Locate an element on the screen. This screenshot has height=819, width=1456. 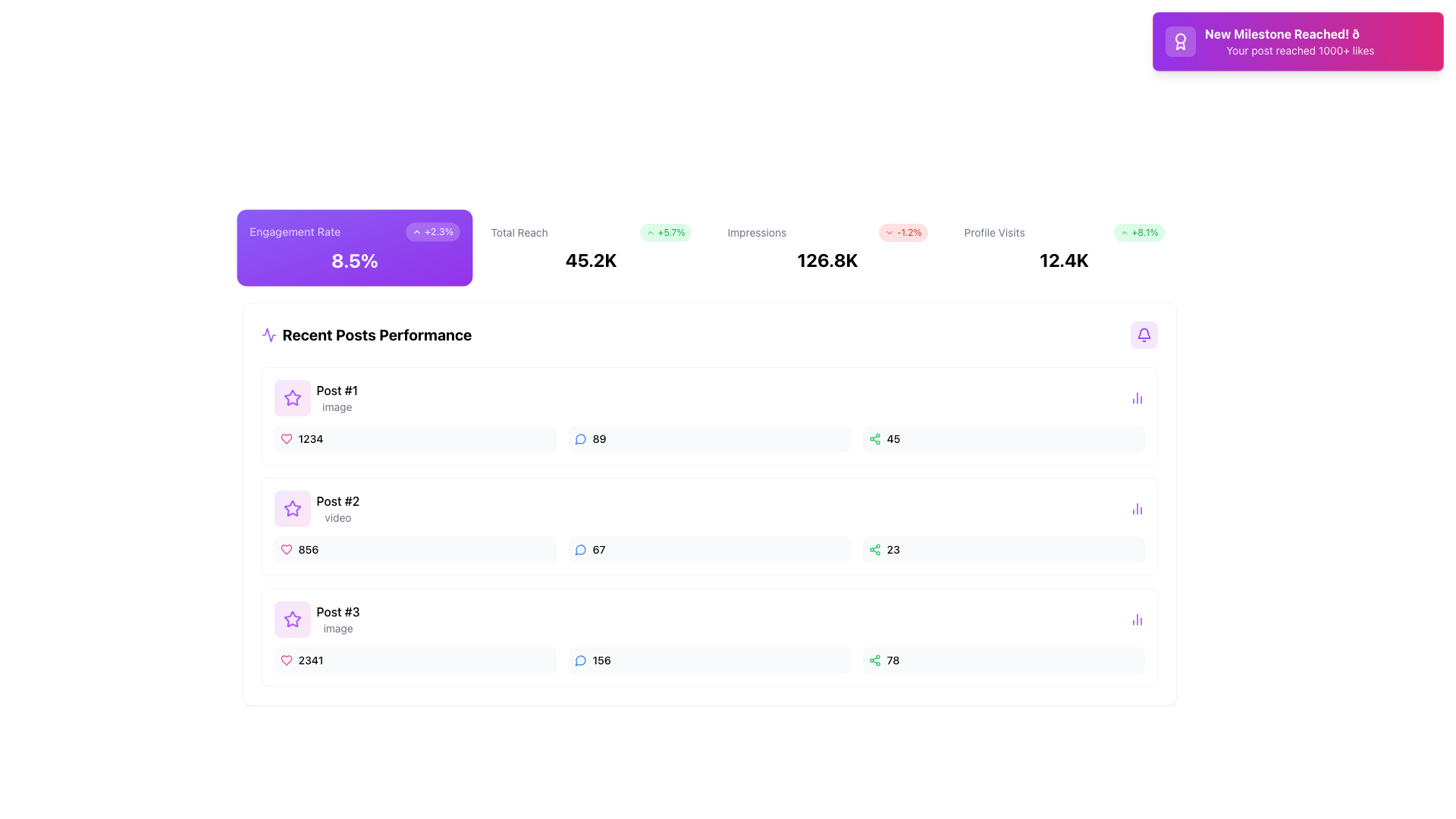
the Statistical display indicating the number of comments or messages associated with 'Post #3' in the 'Recent Posts Performance' section is located at coordinates (708, 660).